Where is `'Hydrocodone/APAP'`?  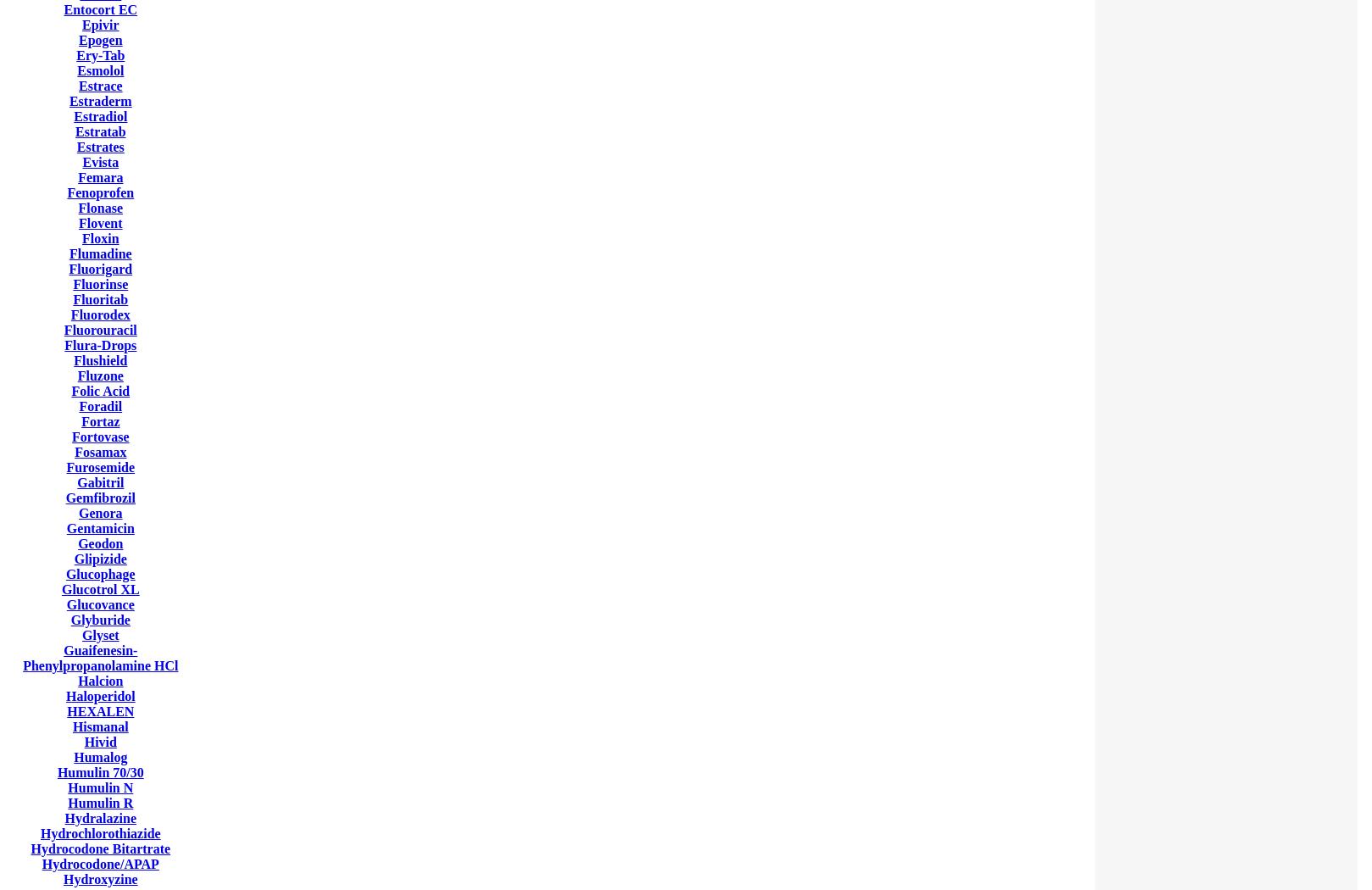 'Hydrocodone/APAP' is located at coordinates (100, 863).